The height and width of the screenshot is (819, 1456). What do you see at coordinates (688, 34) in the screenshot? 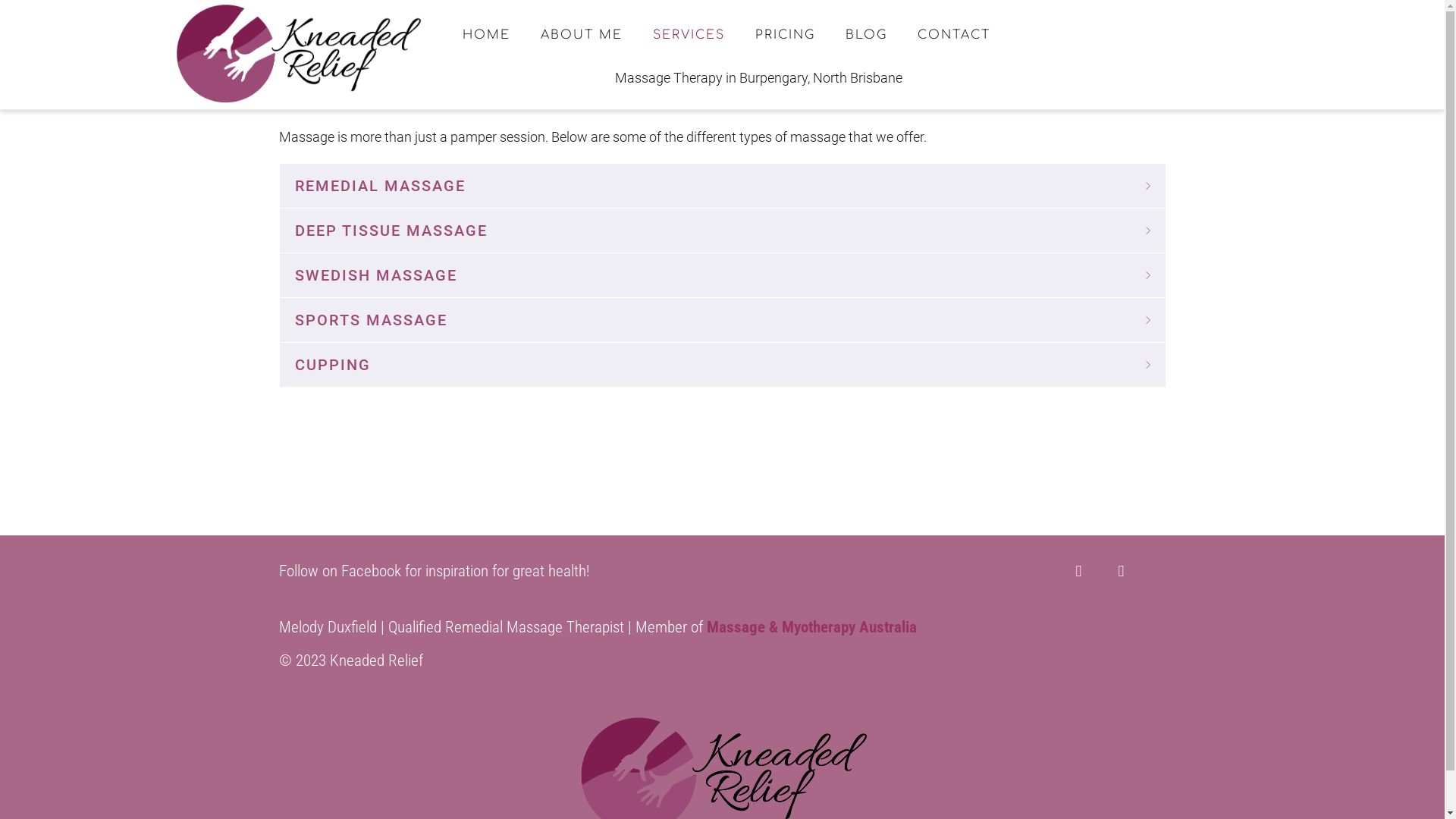
I see `'SERVICES'` at bounding box center [688, 34].